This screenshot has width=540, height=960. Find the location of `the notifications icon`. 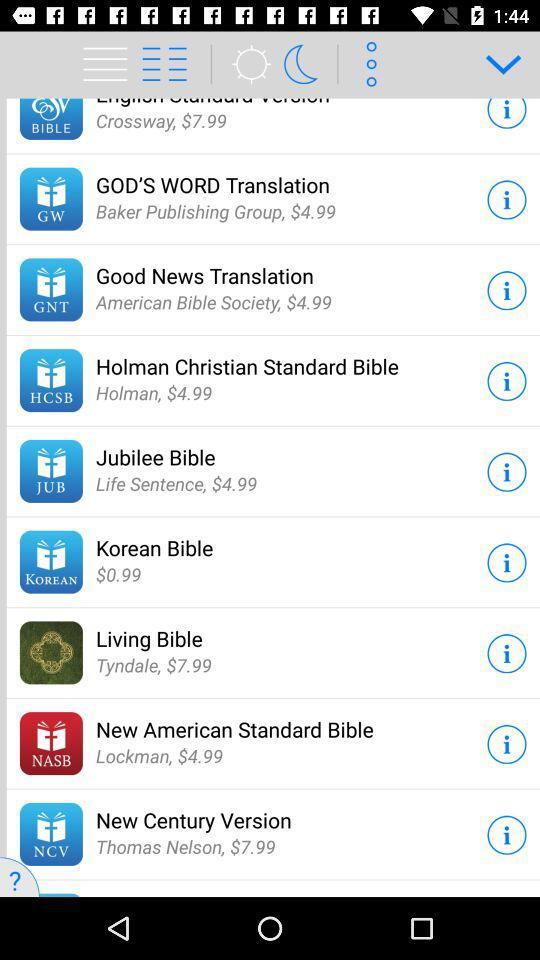

the notifications icon is located at coordinates (307, 64).